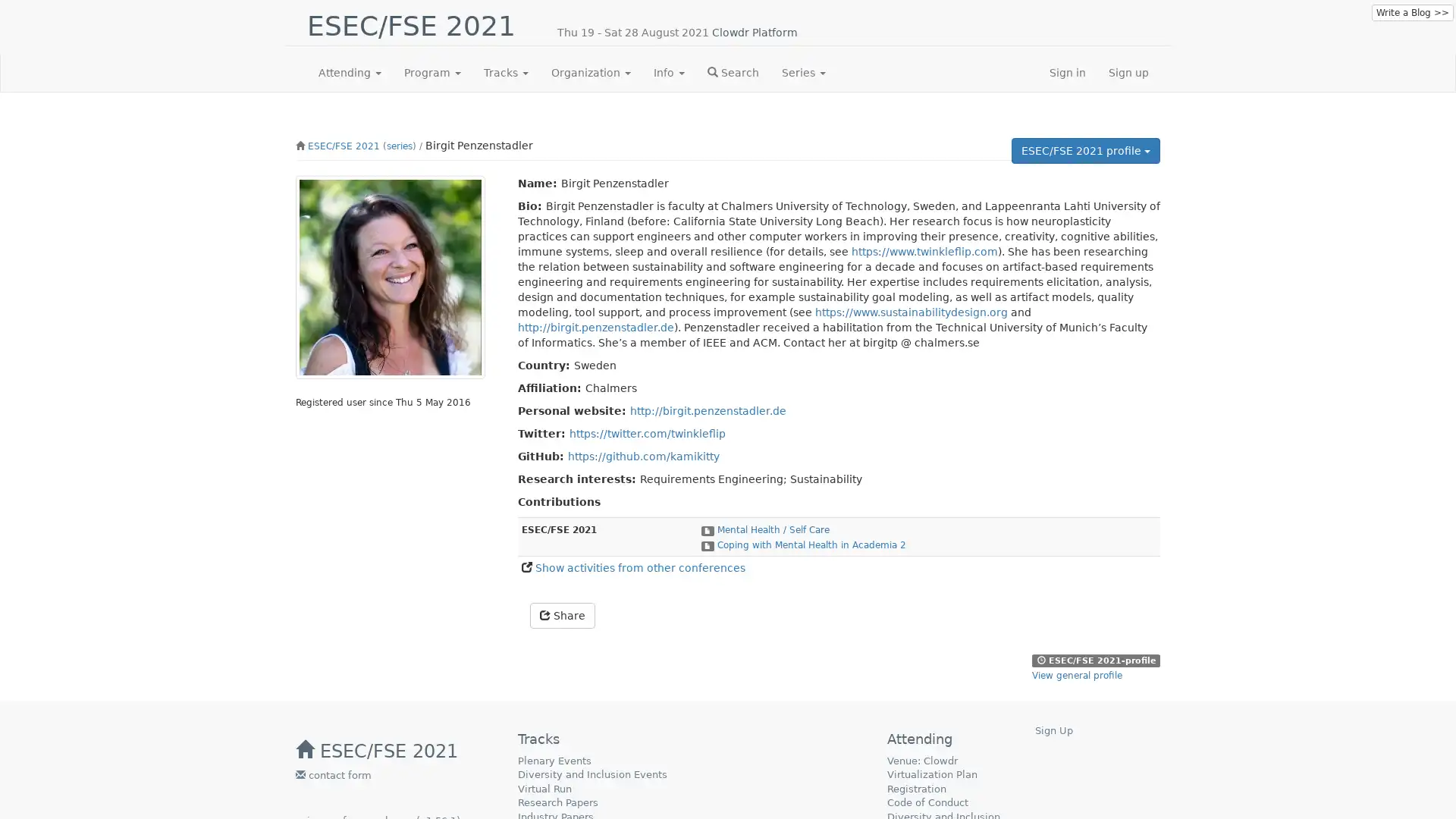 This screenshot has width=1456, height=819. Describe the element at coordinates (1084, 151) in the screenshot. I see `ESEC/FSE 2021 profile` at that location.